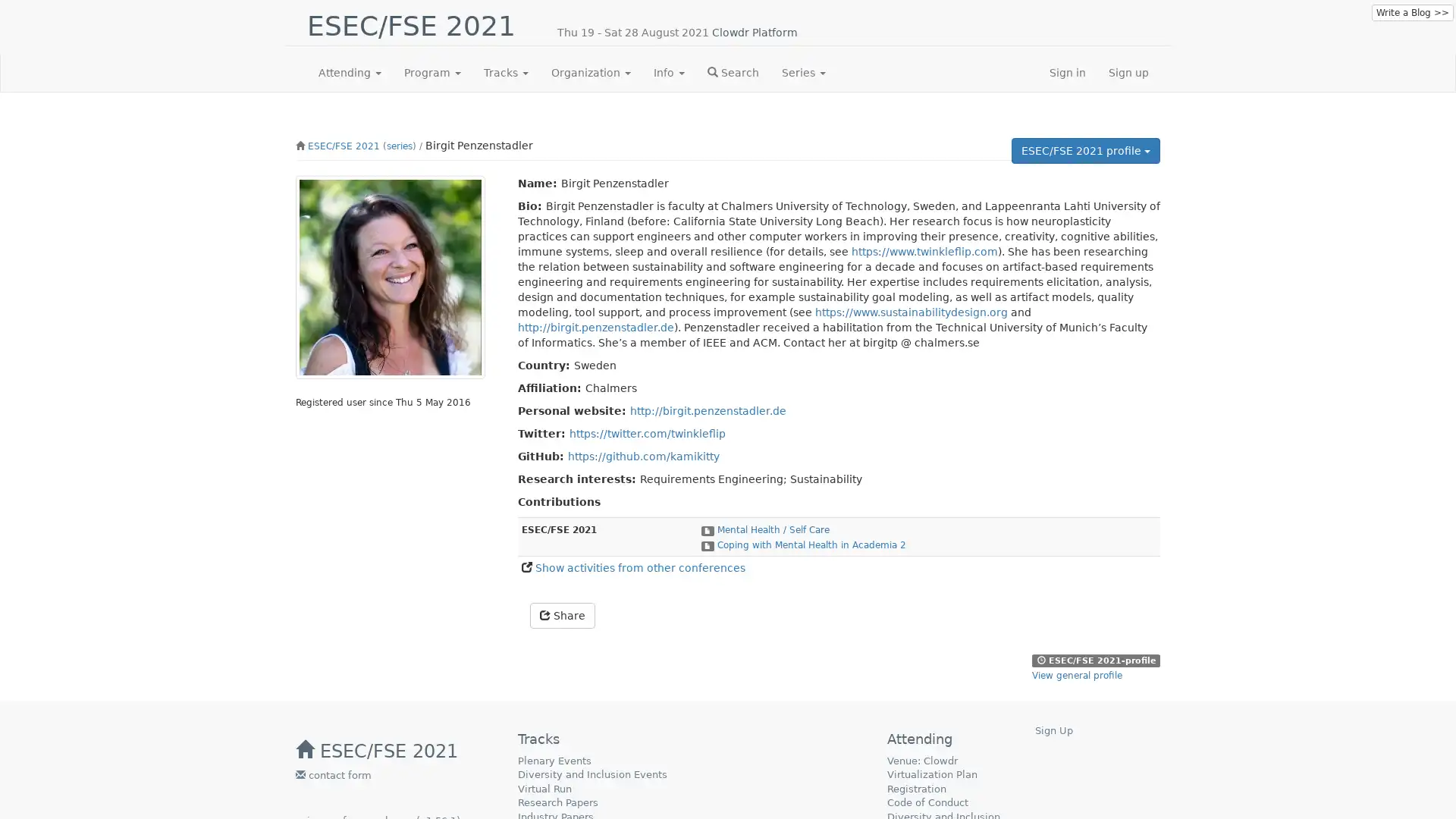 This screenshot has width=1456, height=819. Describe the element at coordinates (1084, 151) in the screenshot. I see `ESEC/FSE 2021 profile` at that location.